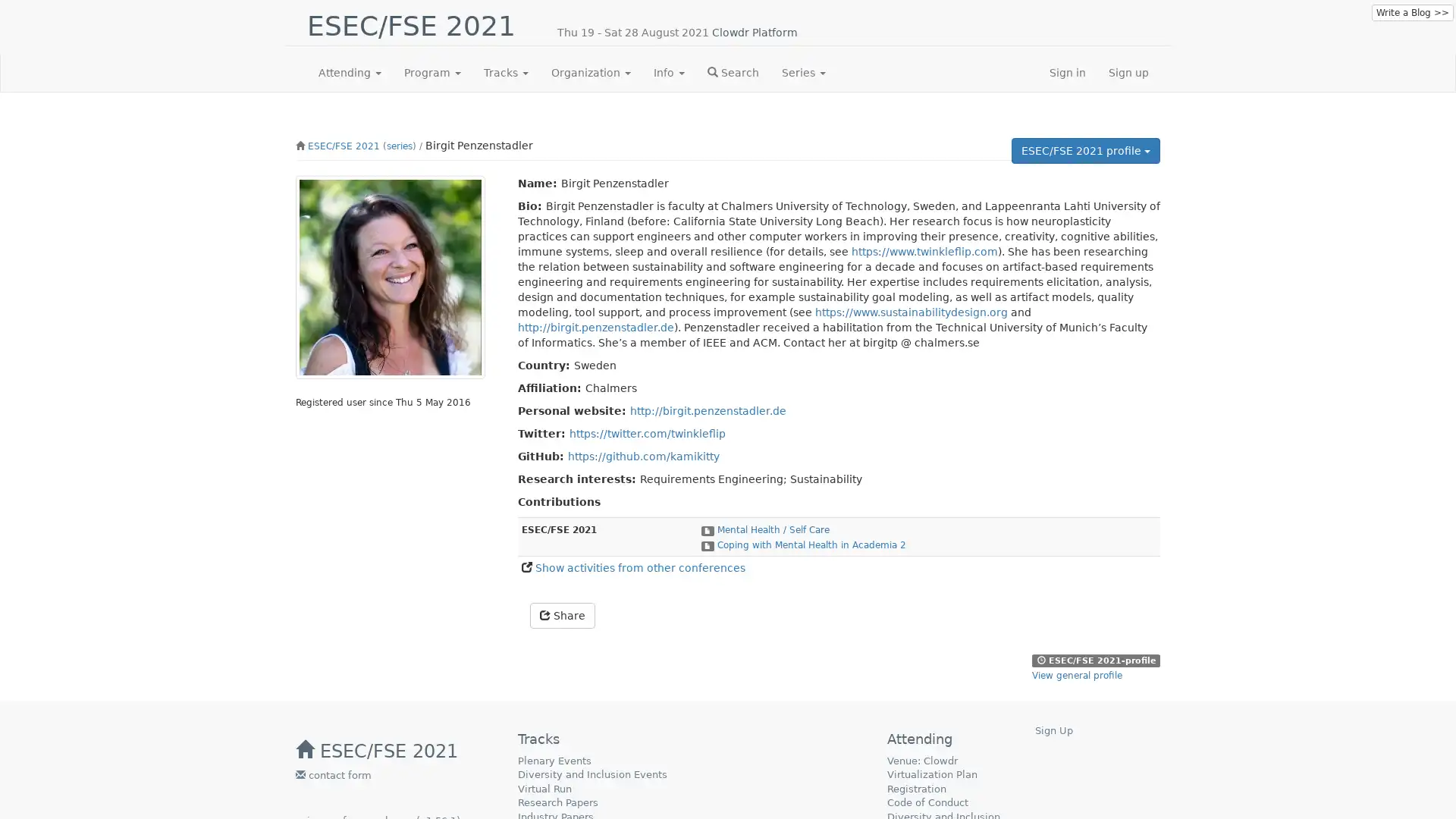 This screenshot has width=1456, height=819. Describe the element at coordinates (1084, 151) in the screenshot. I see `ESEC/FSE 2021 profile` at that location.